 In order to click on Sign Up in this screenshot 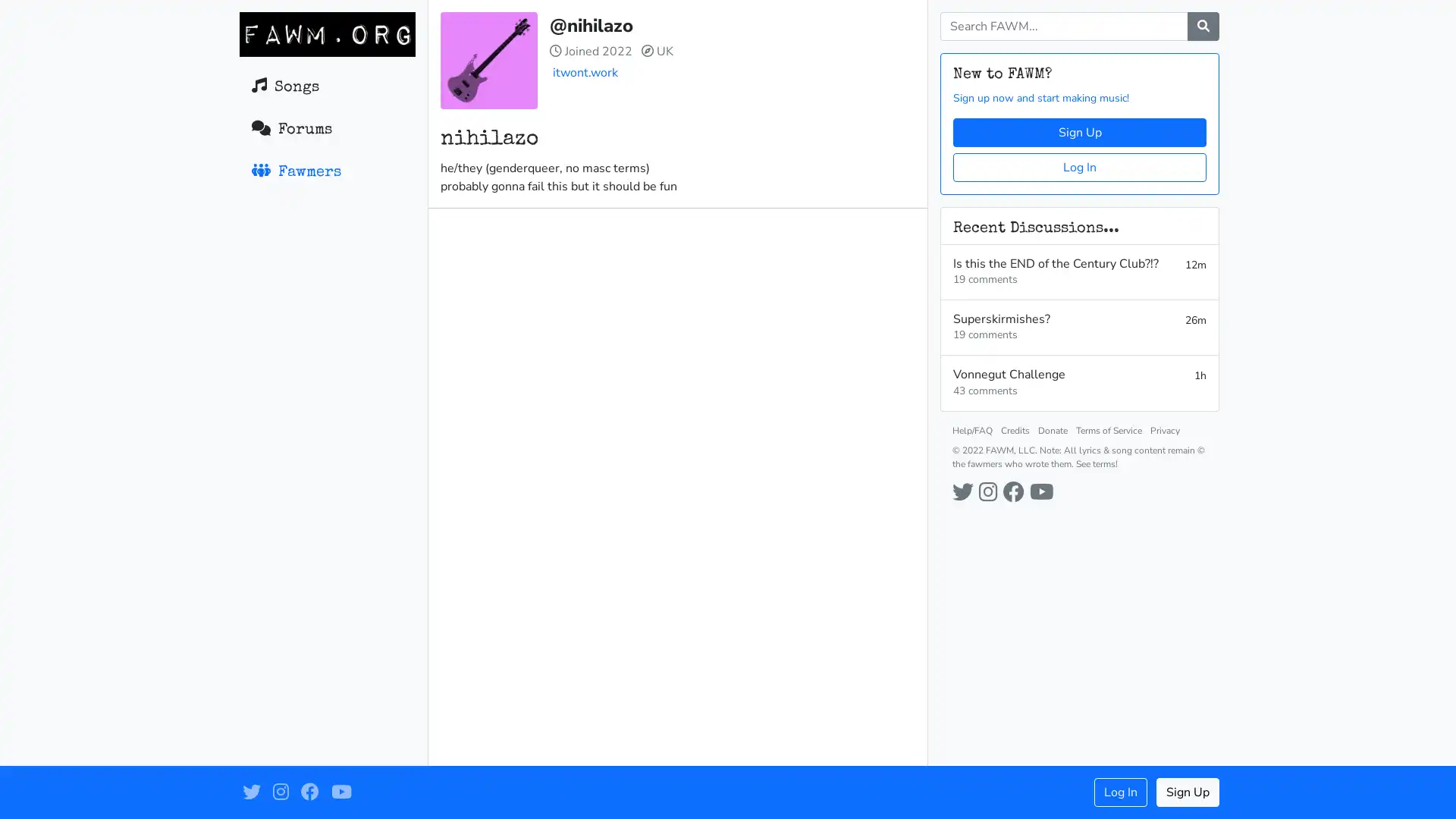, I will do `click(1079, 131)`.